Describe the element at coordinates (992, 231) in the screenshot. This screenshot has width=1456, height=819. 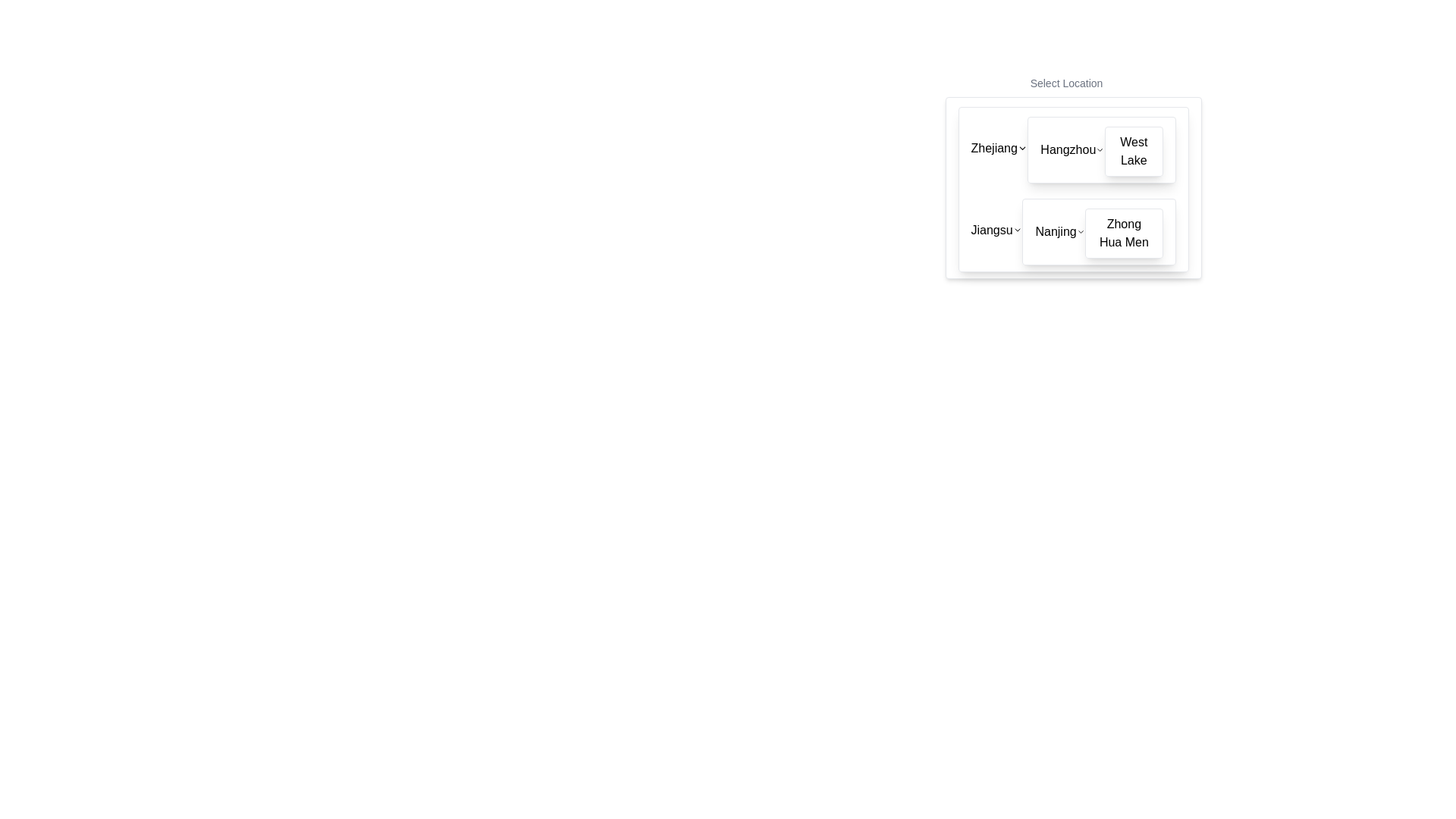
I see `the selectable menu item labeled 'Jiangsu' located in the bottom-left area of the dropdown UI` at that location.